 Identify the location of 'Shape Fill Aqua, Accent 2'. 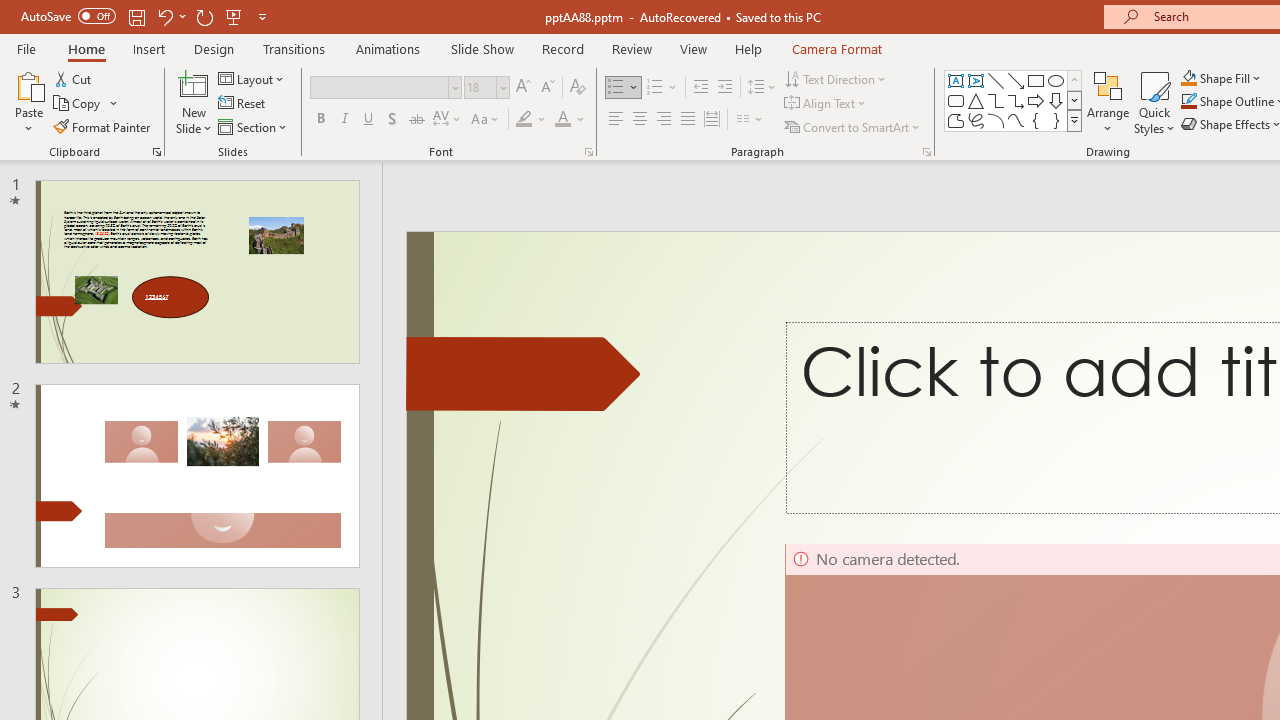
(1189, 77).